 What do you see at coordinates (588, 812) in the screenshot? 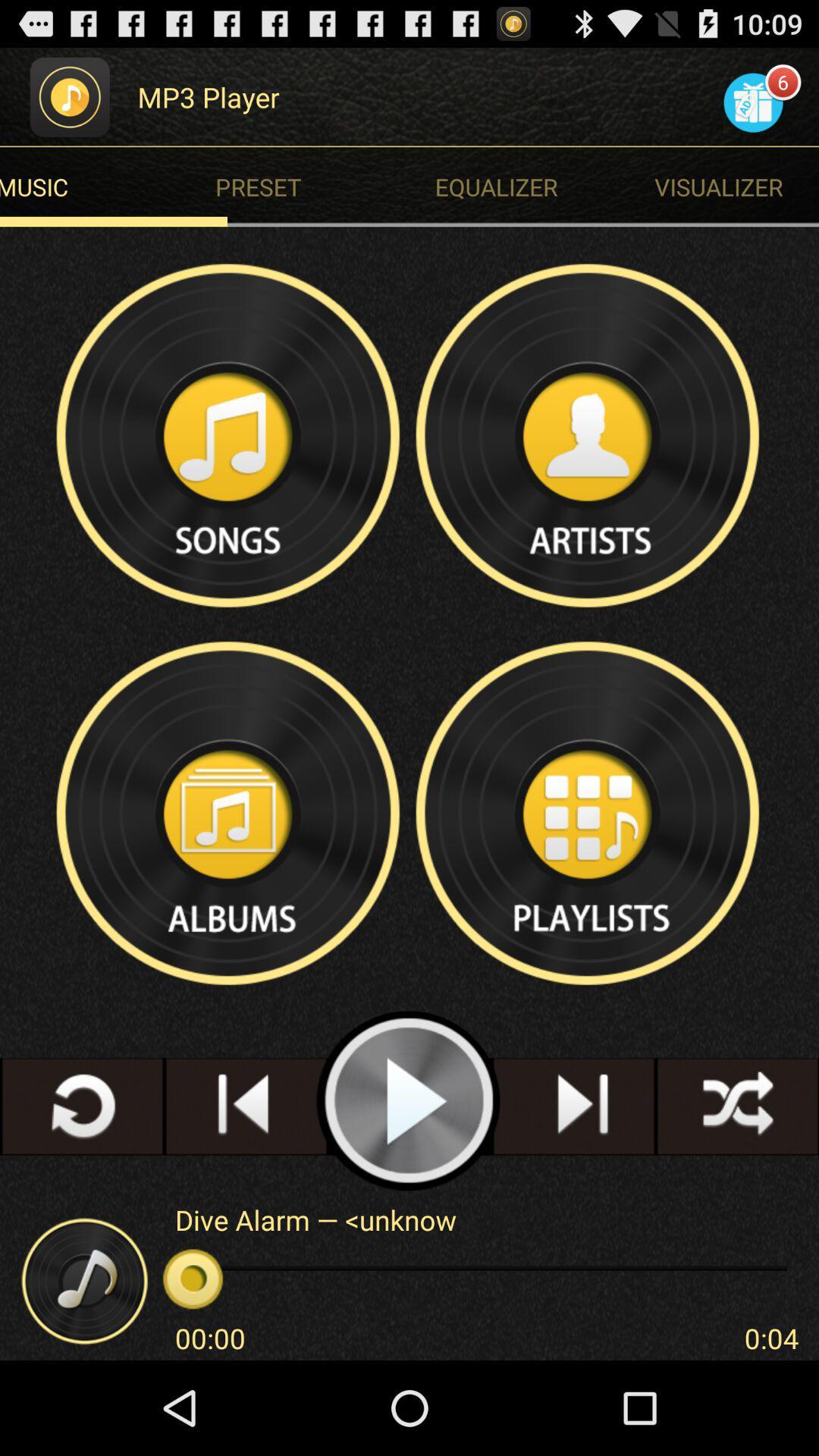
I see `open playlist` at bounding box center [588, 812].